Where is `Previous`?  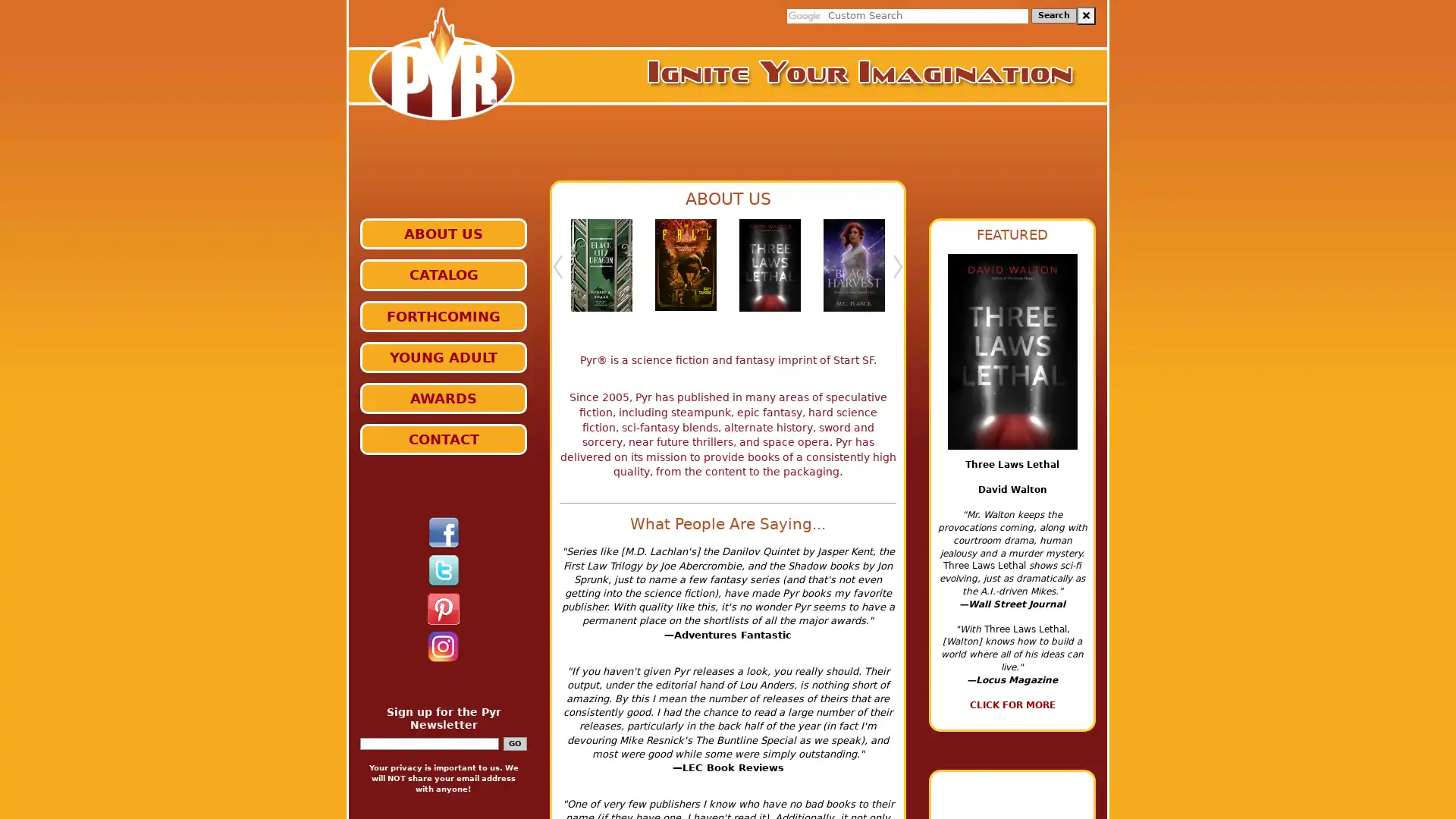 Previous is located at coordinates (557, 274).